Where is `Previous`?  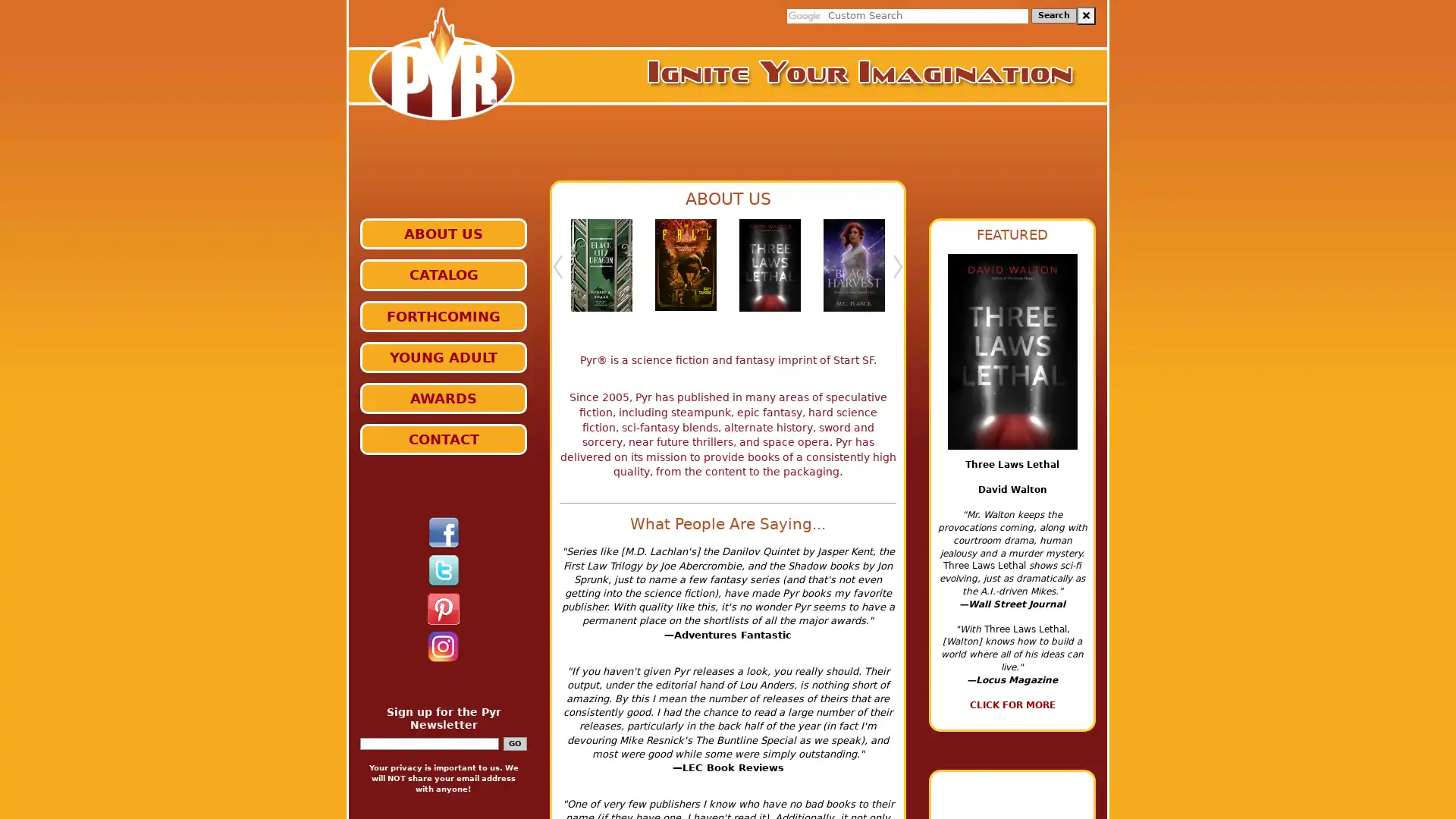 Previous is located at coordinates (557, 274).